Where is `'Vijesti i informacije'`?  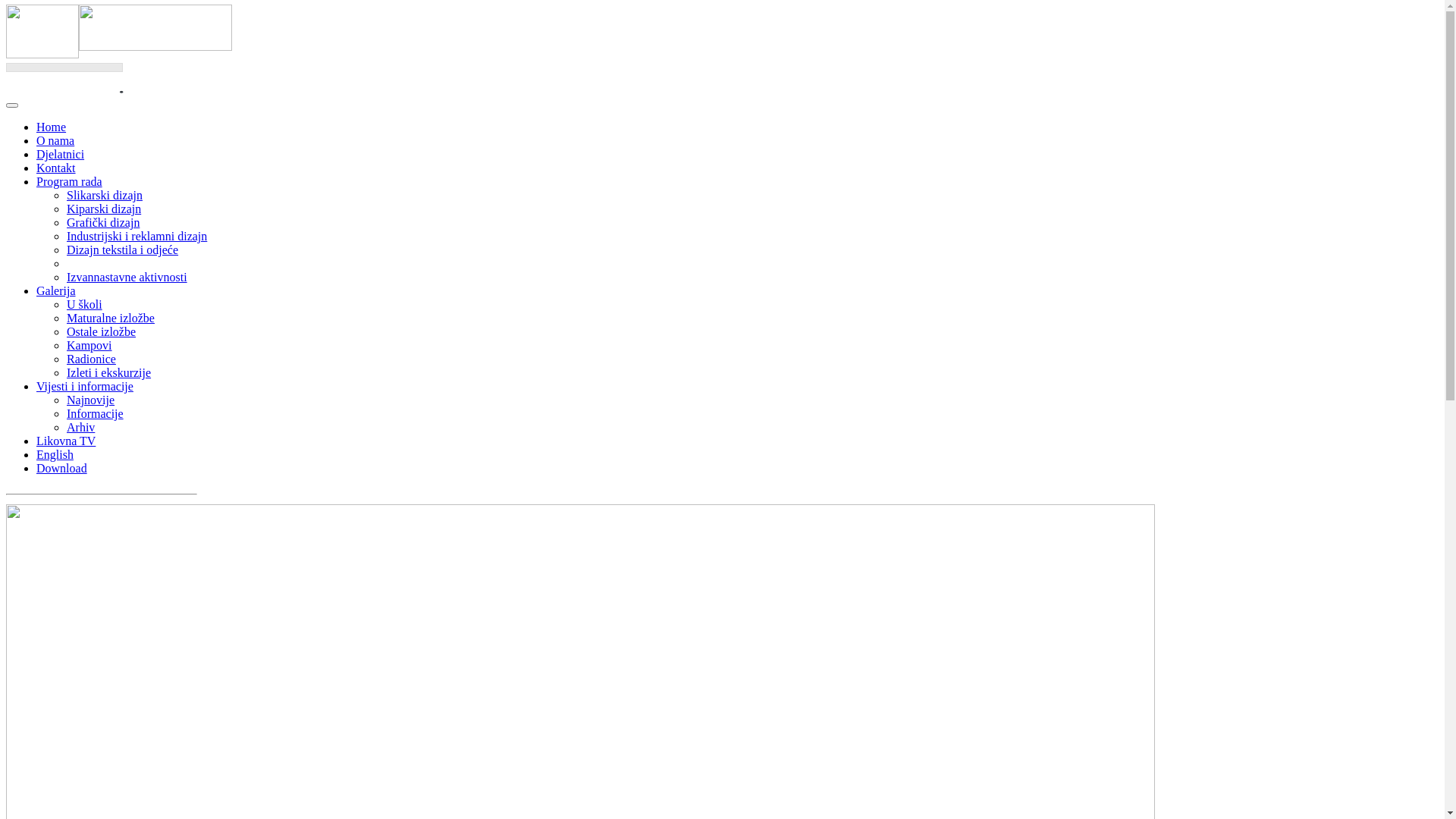 'Vijesti i informacije' is located at coordinates (36, 385).